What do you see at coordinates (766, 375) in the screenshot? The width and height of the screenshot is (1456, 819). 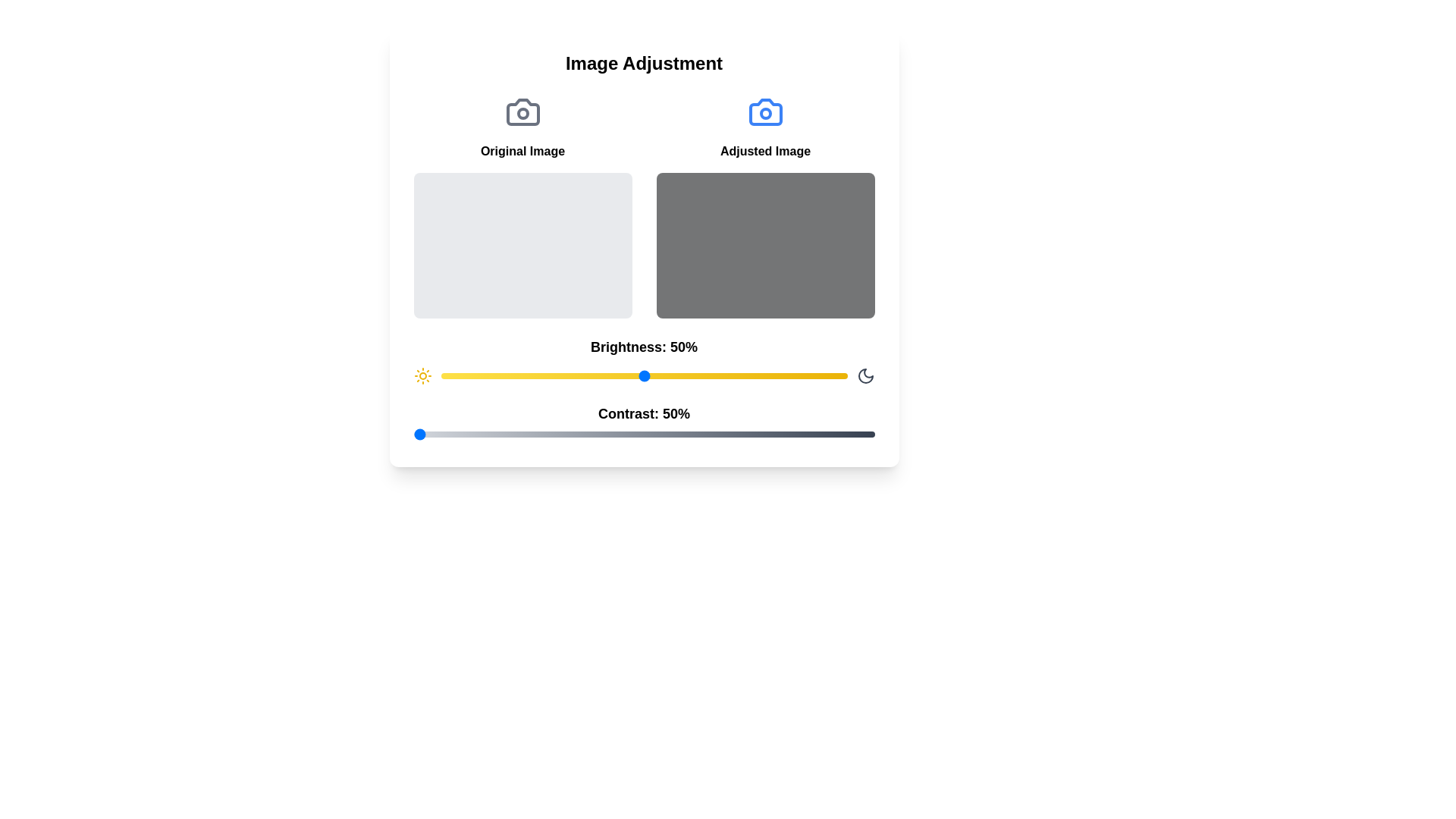 I see `the brightness` at bounding box center [766, 375].